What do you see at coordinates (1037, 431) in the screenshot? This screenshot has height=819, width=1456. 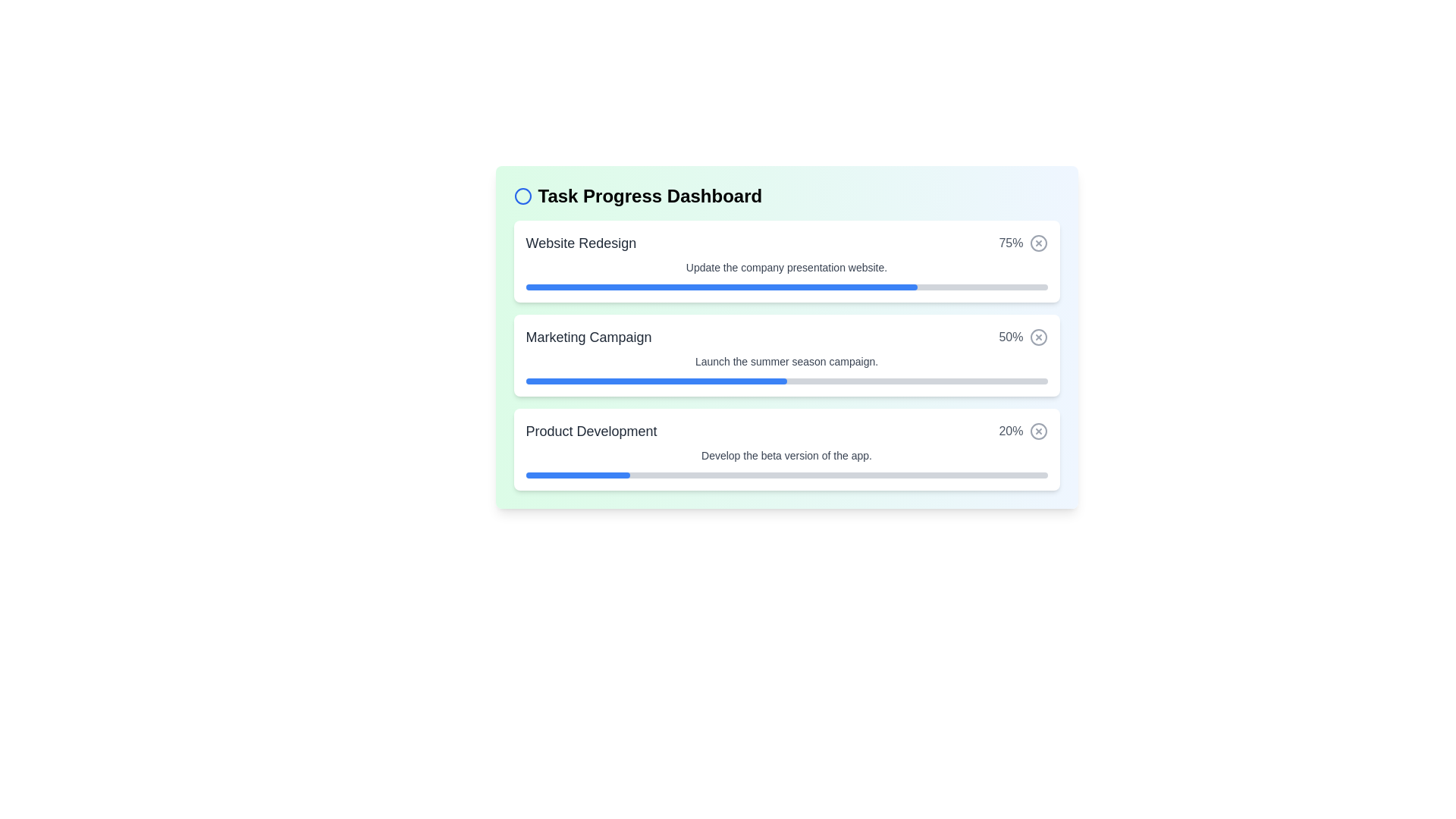 I see `the circular gray icon button with a '×' mark inside, located in the 'Product Development' progress section` at bounding box center [1037, 431].